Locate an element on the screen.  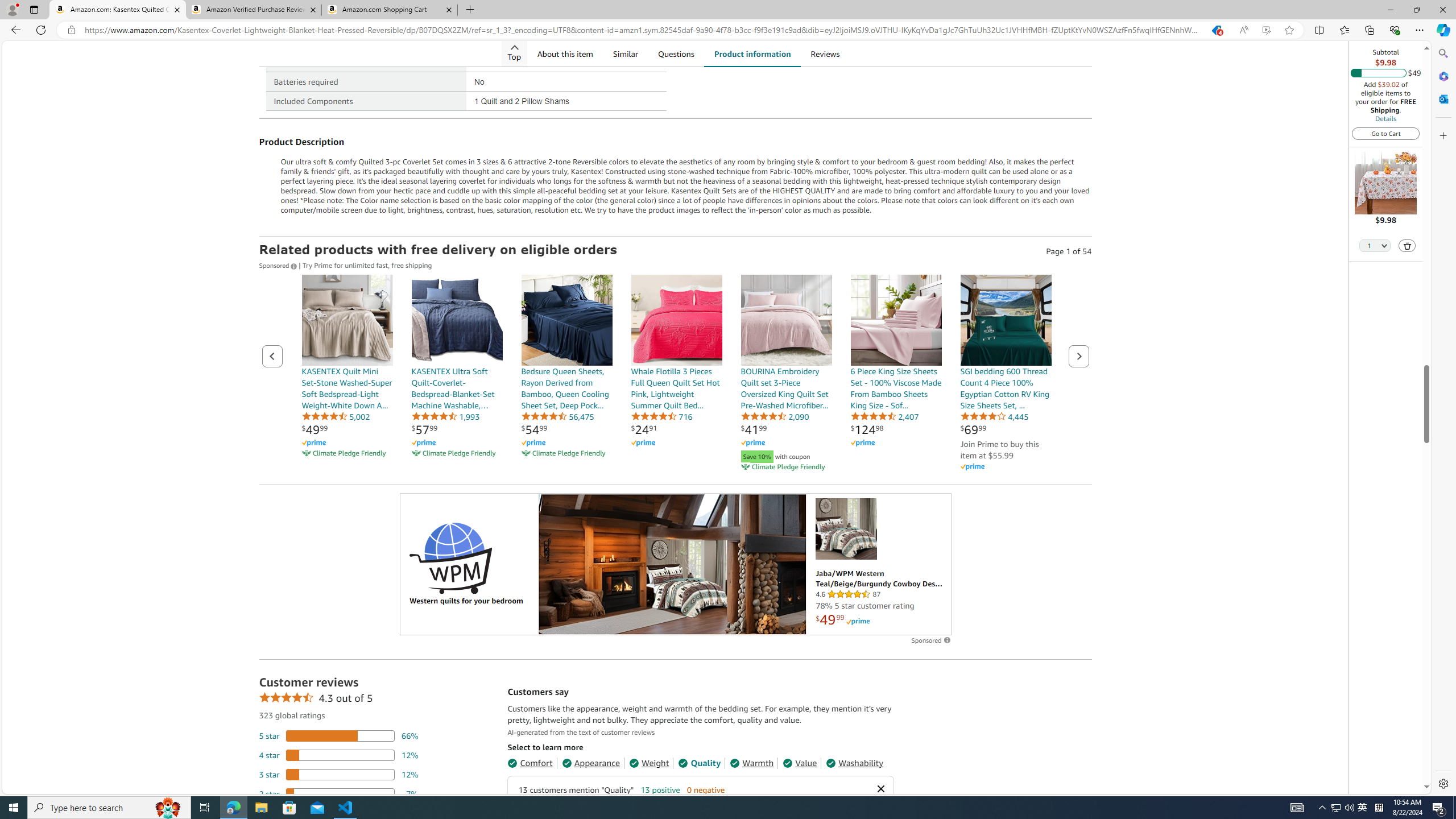
'Weight' is located at coordinates (649, 762).